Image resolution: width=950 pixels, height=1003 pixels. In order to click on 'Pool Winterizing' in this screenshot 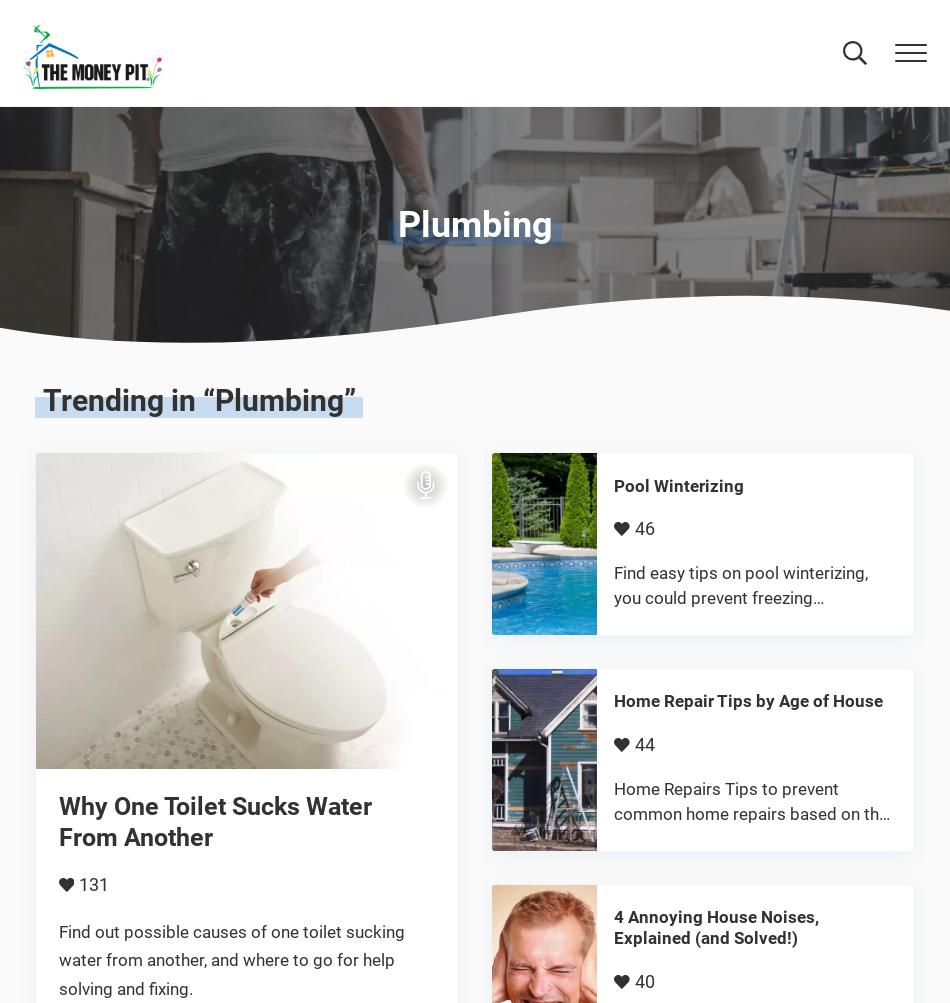, I will do `click(678, 484)`.